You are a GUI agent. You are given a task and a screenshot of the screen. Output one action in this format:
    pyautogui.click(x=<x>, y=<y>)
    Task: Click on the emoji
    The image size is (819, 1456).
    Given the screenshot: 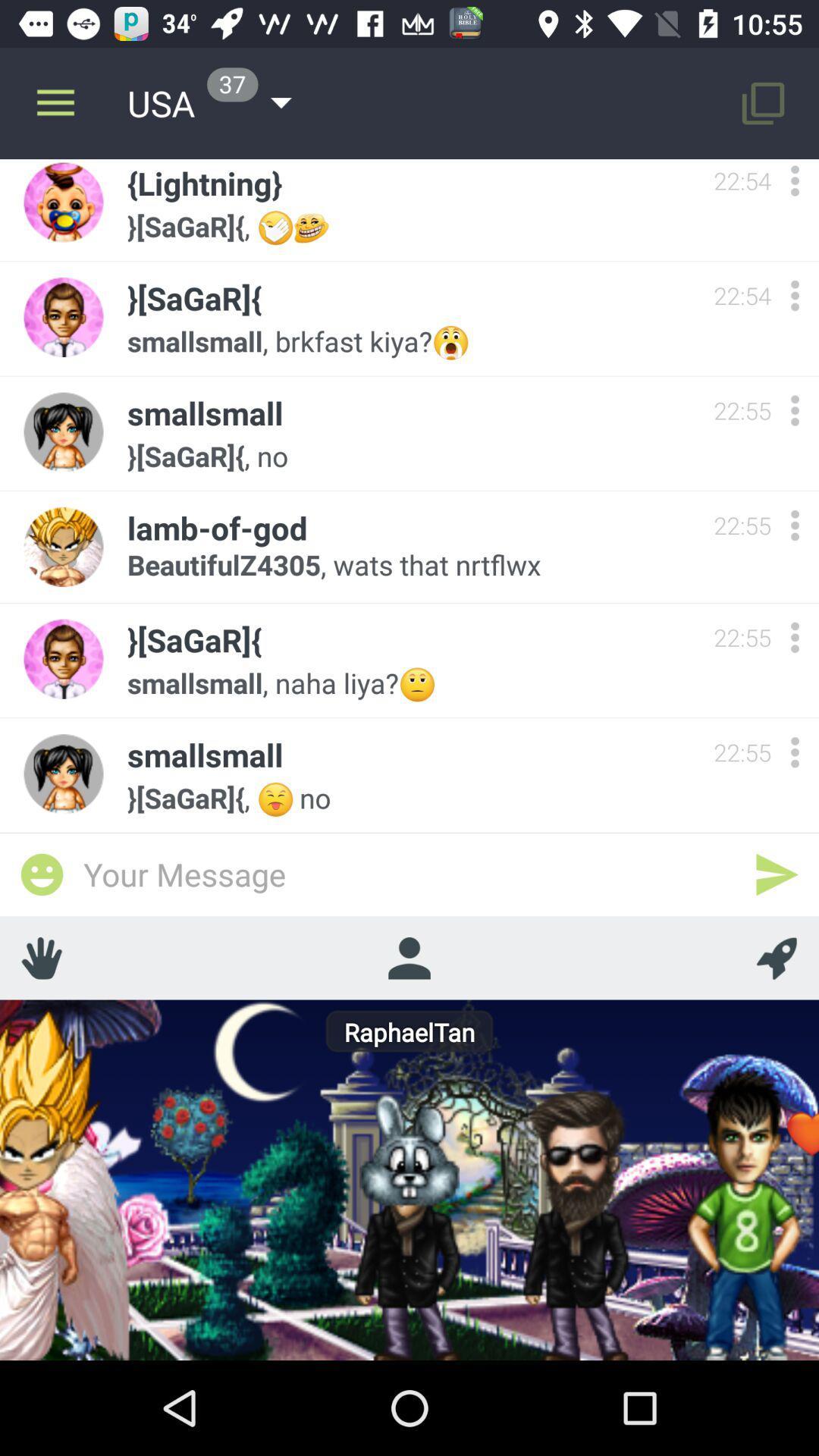 What is the action you would take?
    pyautogui.click(x=41, y=874)
    